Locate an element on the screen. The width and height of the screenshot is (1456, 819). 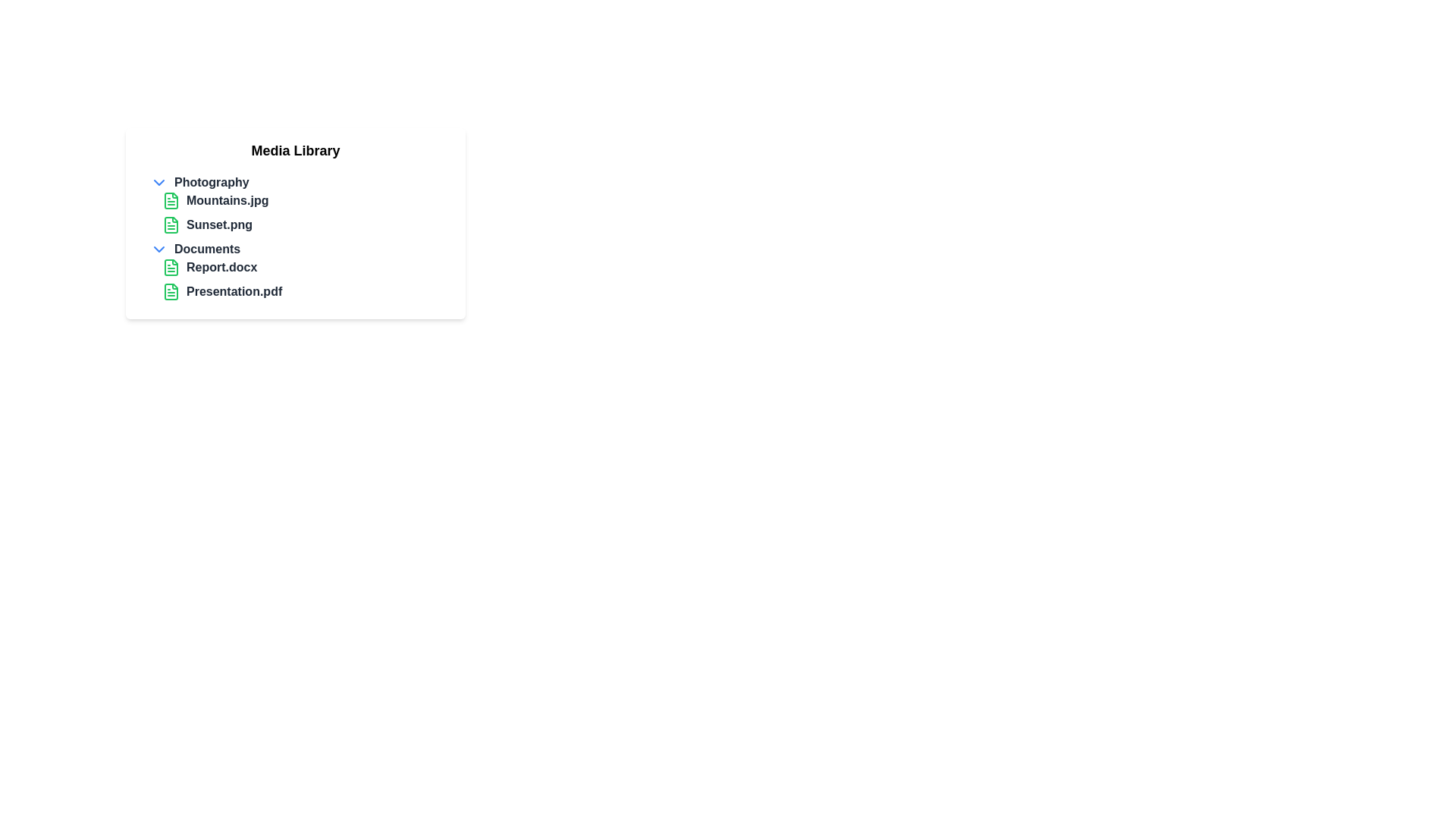
the rectangular document-shaped icon representing 'Report.docx' located in the 'Documents' section of the media library UI, positioned between the 'Documents' label and the 'Presentation.pdf' icon is located at coordinates (171, 267).